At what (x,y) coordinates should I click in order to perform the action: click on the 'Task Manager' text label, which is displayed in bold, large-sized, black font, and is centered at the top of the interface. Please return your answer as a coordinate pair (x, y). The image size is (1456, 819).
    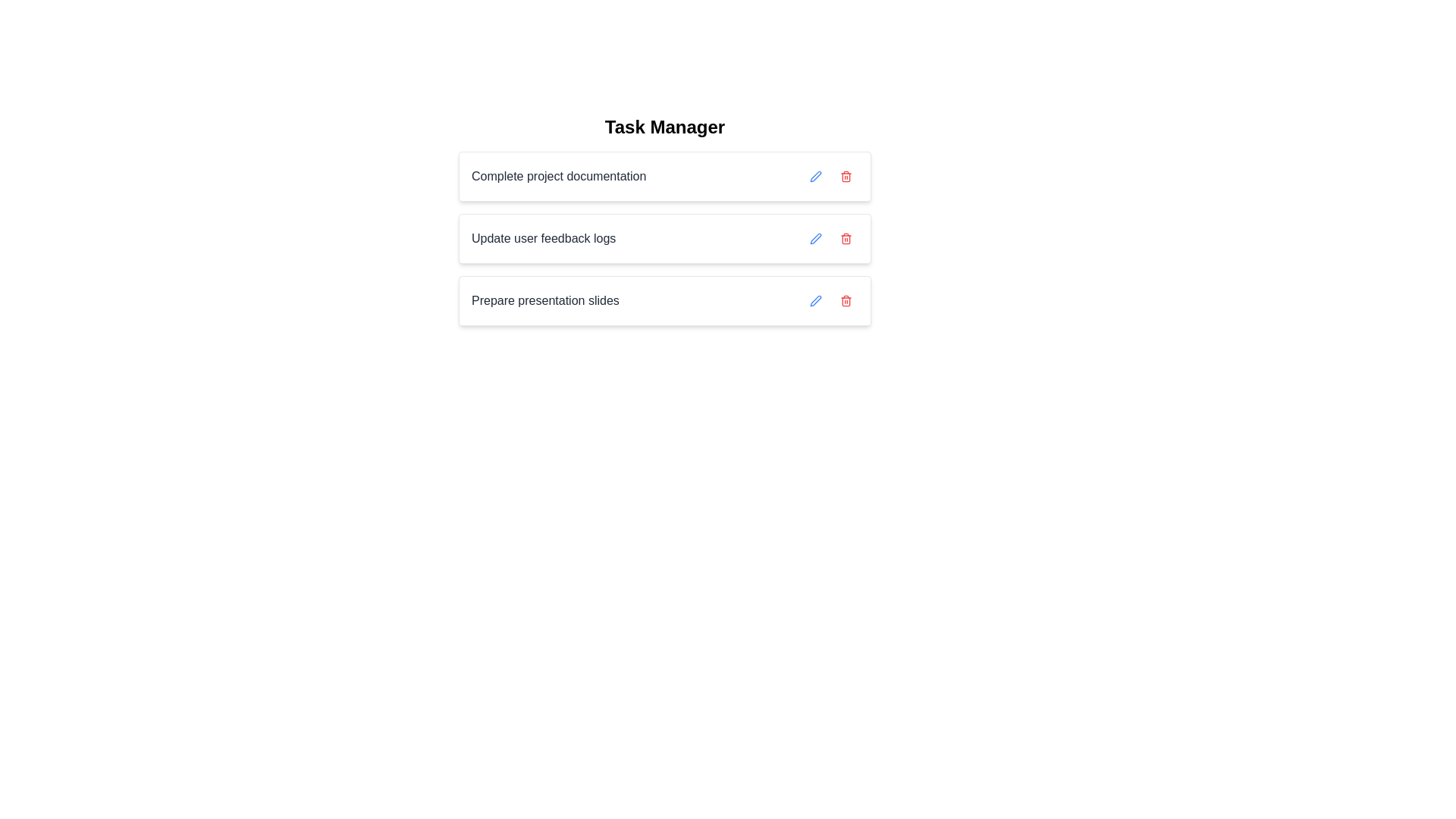
    Looking at the image, I should click on (665, 127).